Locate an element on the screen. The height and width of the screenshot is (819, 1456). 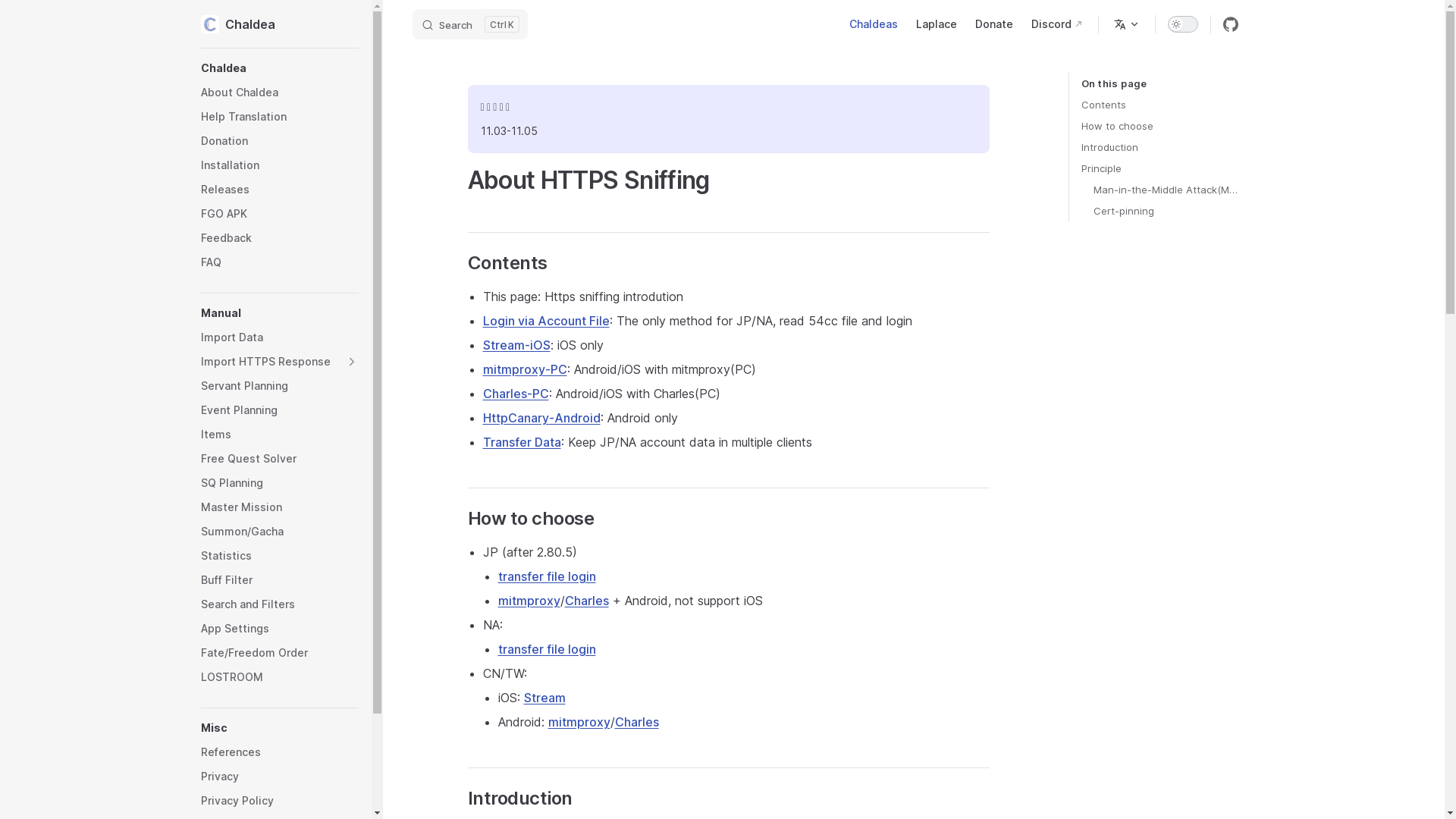
'Import Data' is located at coordinates (279, 336).